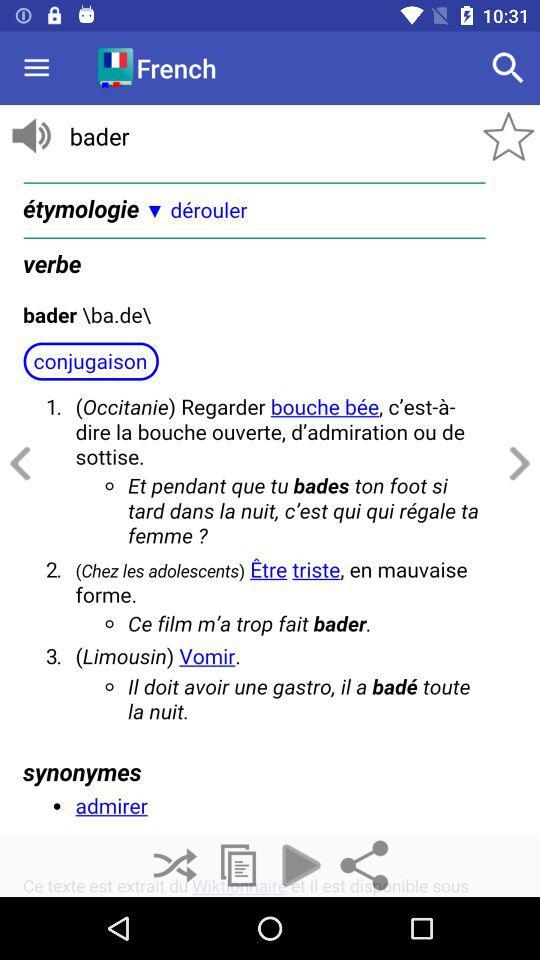 This screenshot has height=960, width=540. I want to click on the star icon, so click(508, 135).